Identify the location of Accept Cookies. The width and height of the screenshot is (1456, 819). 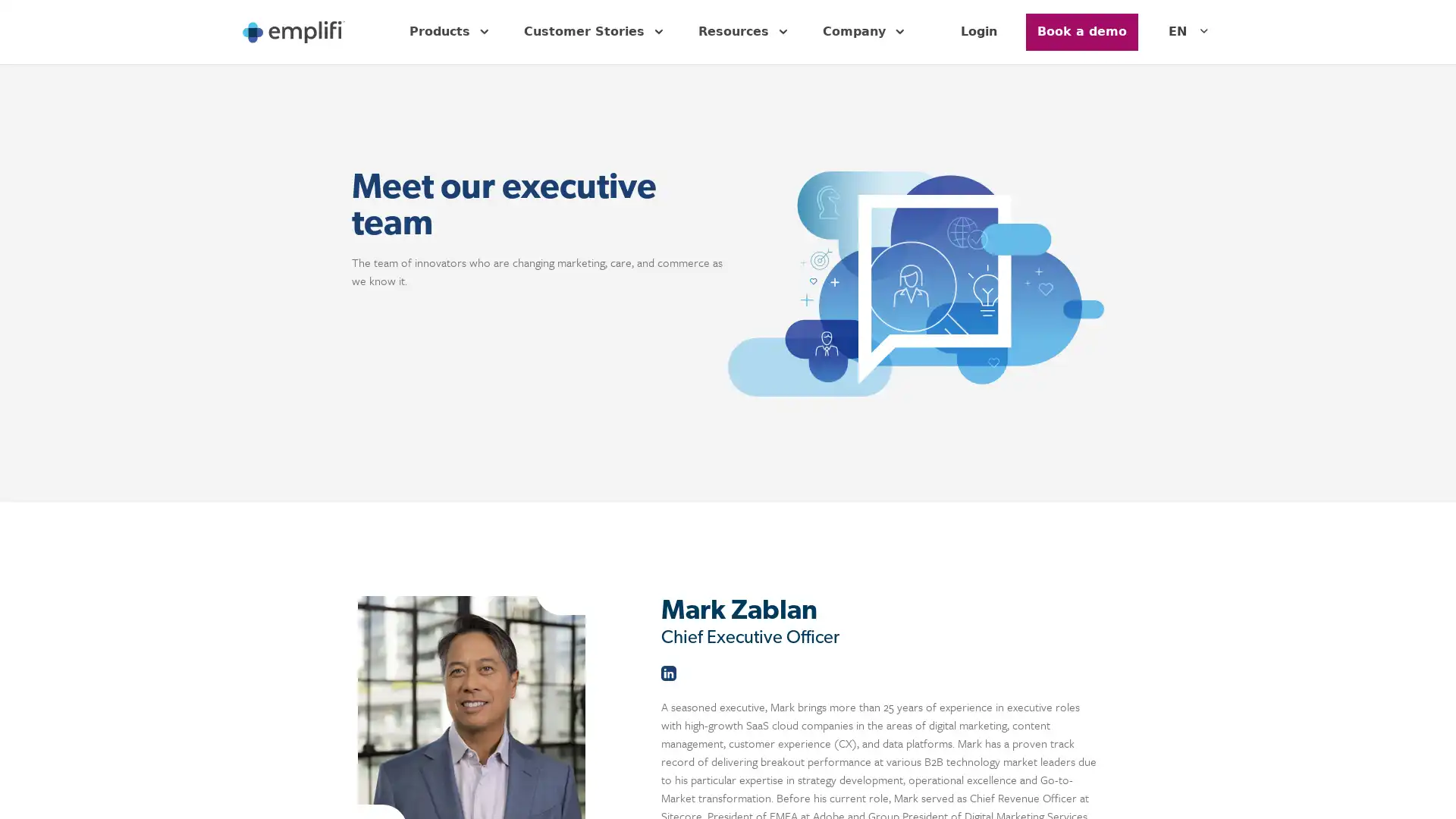
(1206, 786).